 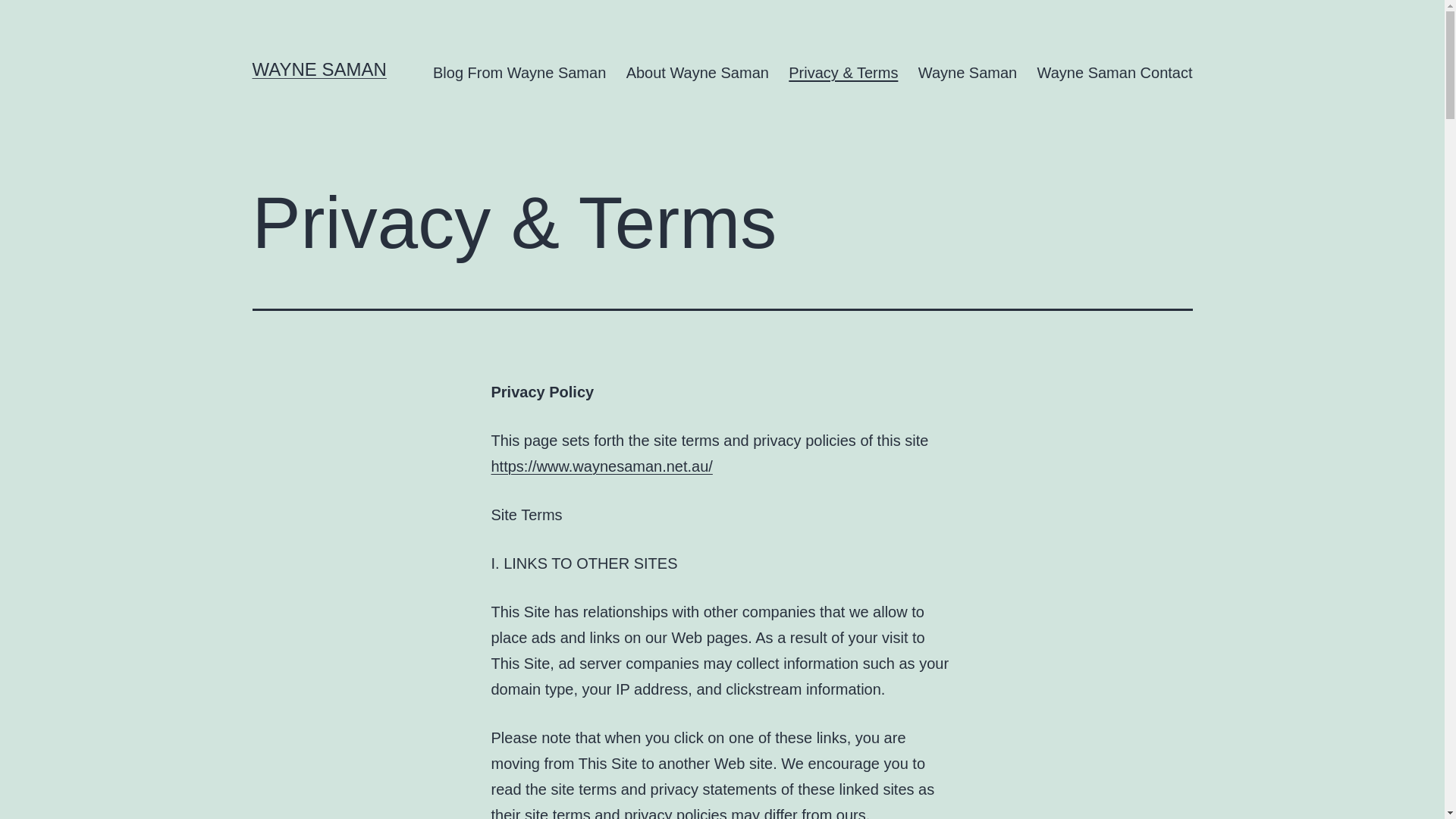 What do you see at coordinates (696, 73) in the screenshot?
I see `'About Wayne Saman'` at bounding box center [696, 73].